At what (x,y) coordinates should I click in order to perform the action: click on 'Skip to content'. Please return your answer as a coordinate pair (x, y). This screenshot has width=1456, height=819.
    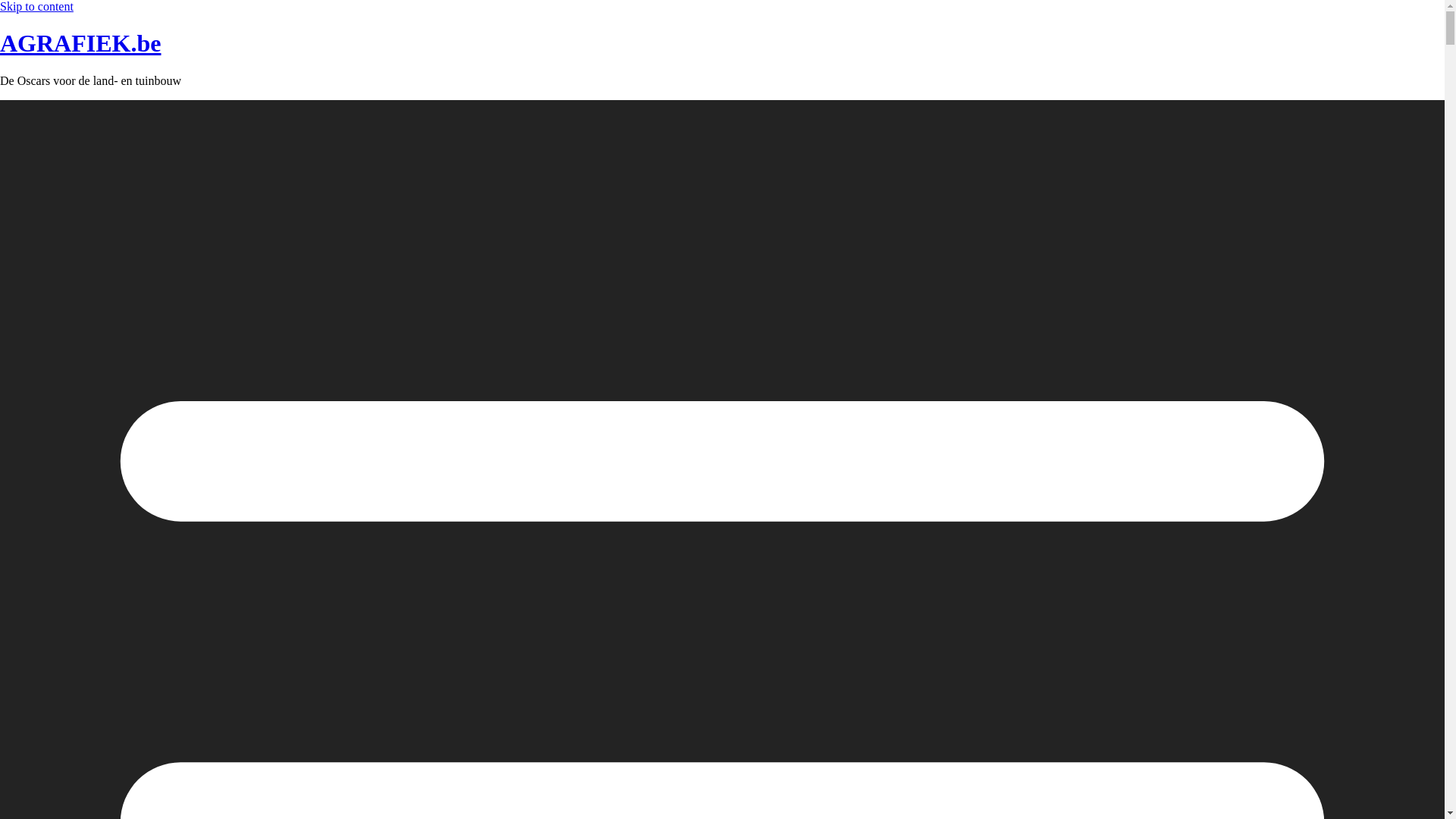
    Looking at the image, I should click on (36, 6).